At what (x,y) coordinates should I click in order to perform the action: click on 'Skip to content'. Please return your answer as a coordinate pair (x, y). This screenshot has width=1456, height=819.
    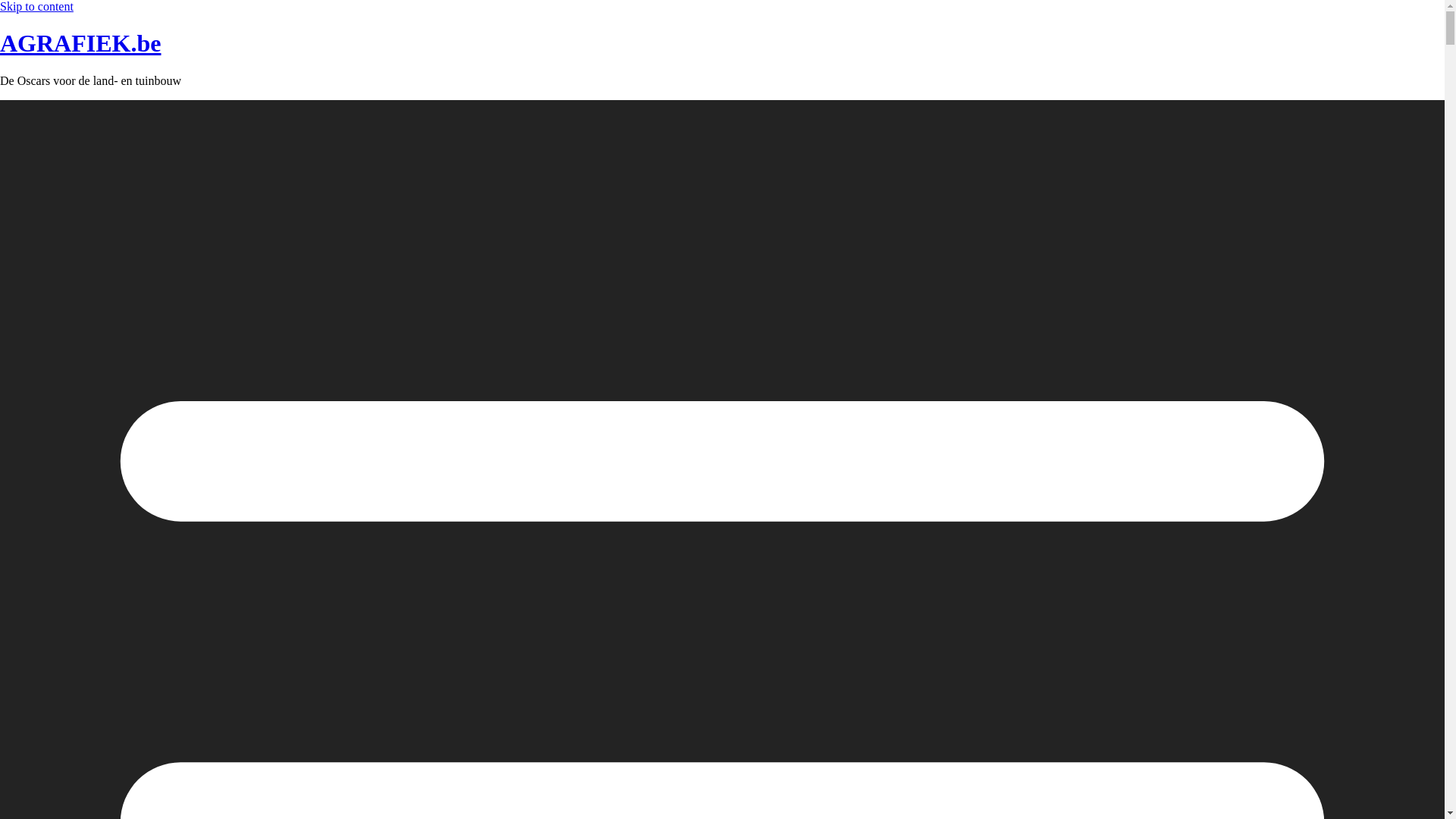
    Looking at the image, I should click on (36, 6).